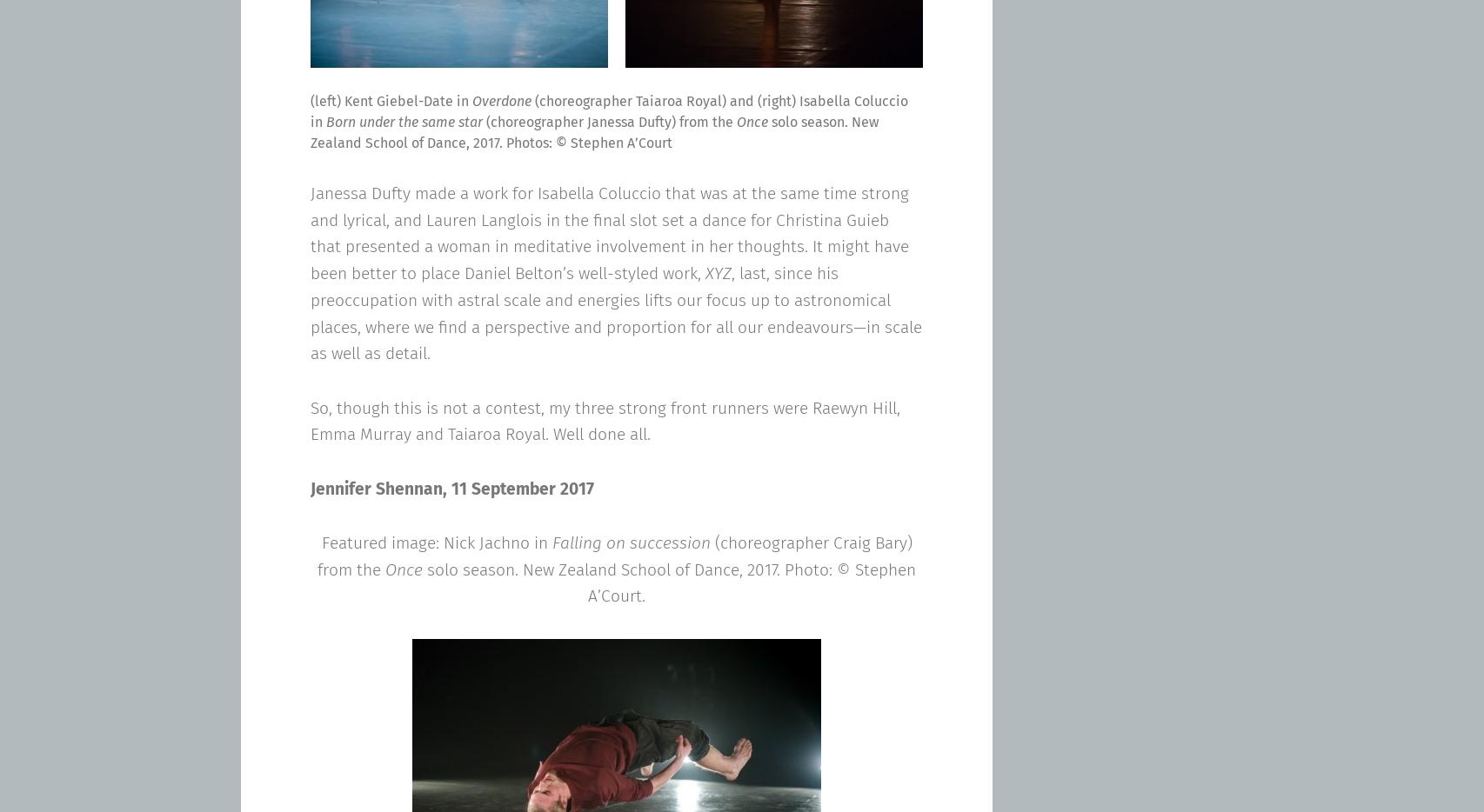  I want to click on 'Janessa Dufty made a work for Isabella Coluccio that was at the same time strong and lyrical, and Lauren Langlois in the final slot set a dance for Christina Guieb that presented a woman in meditative involvement in her thoughts. It might have been better to place Daniel Belton’s well-styled work,', so click(311, 233).